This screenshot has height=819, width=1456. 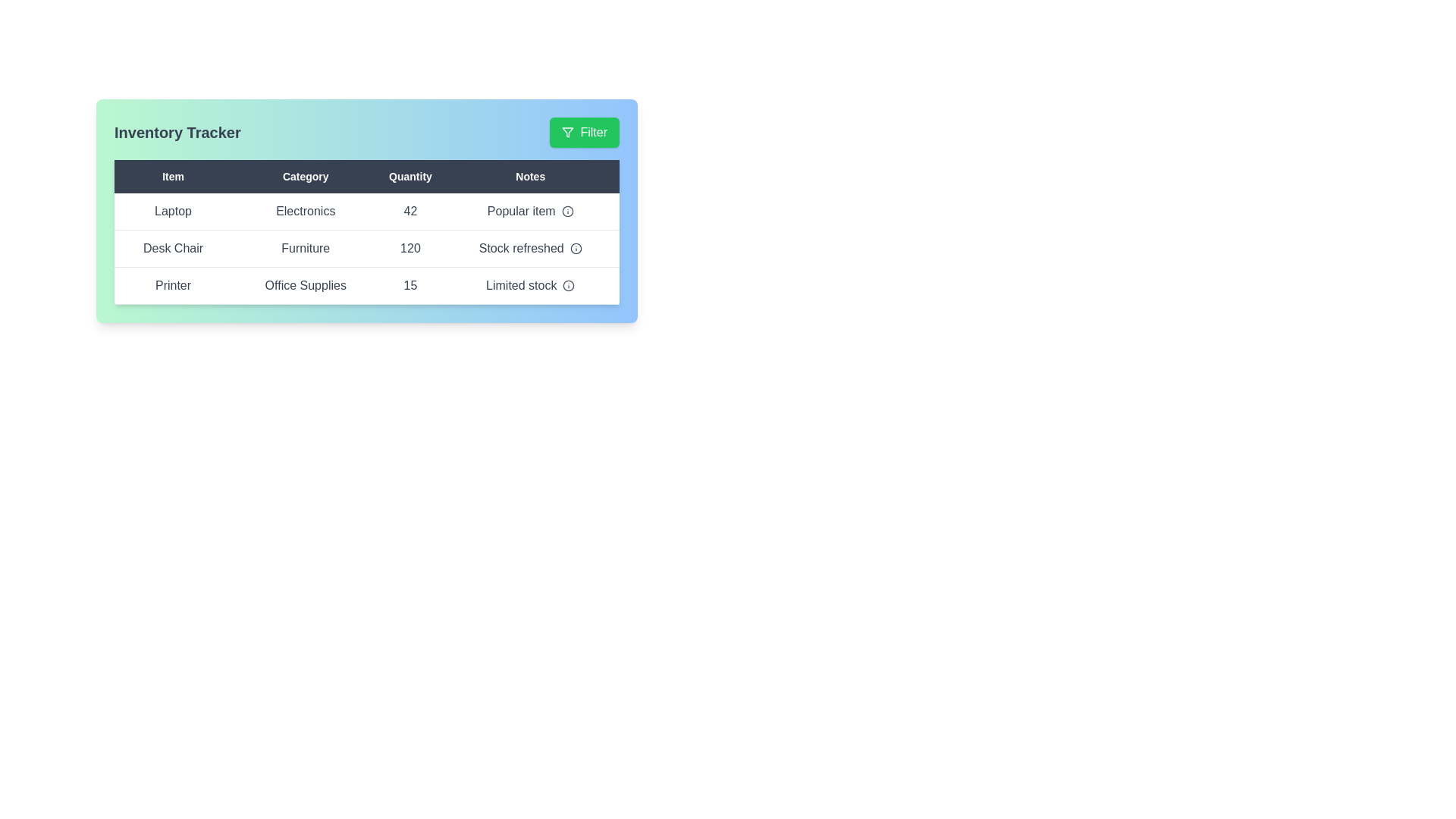 I want to click on the cell containing Office Supplies to select its text, so click(x=305, y=286).